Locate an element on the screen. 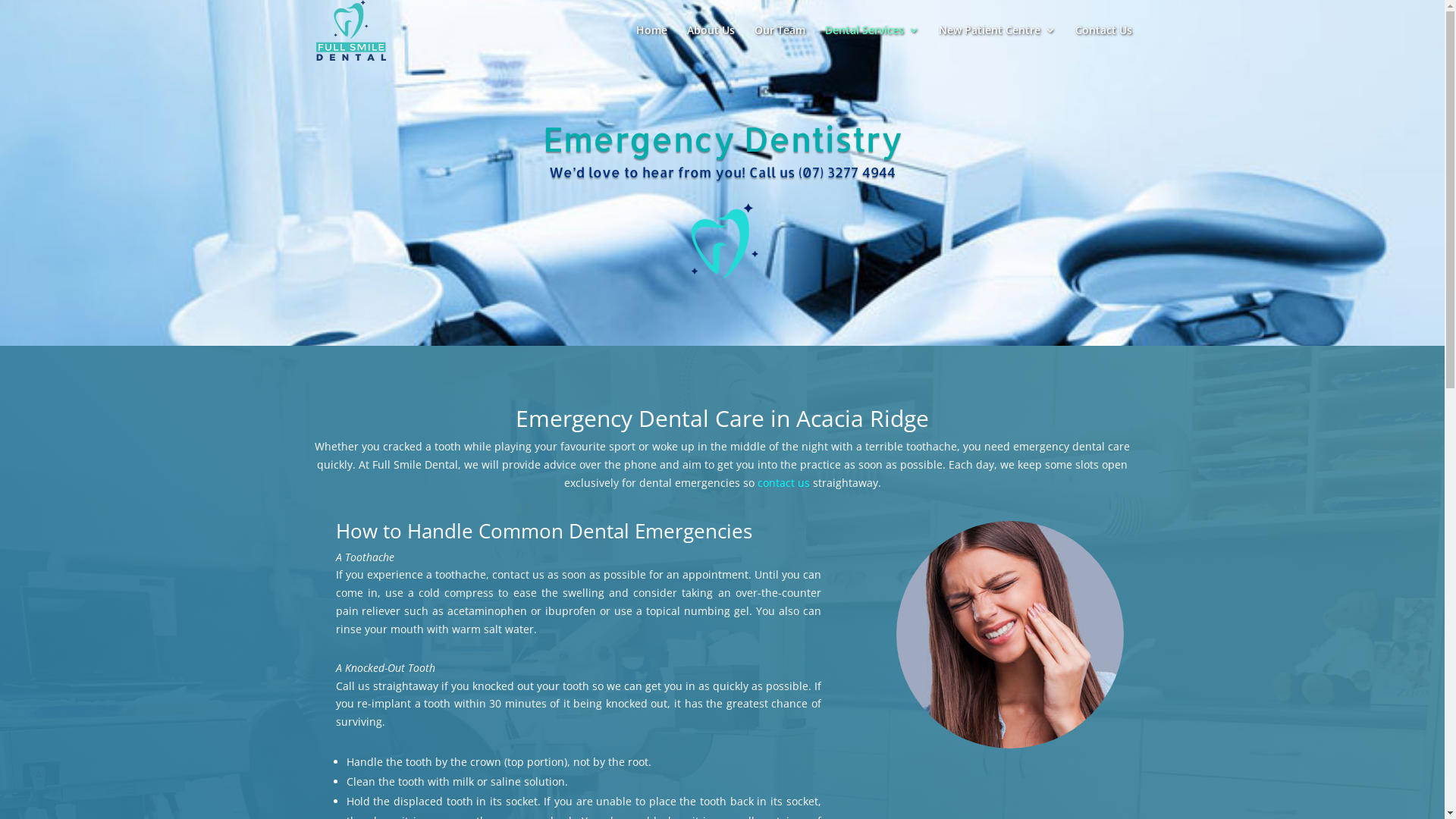  'Dental Services' is located at coordinates (872, 42).